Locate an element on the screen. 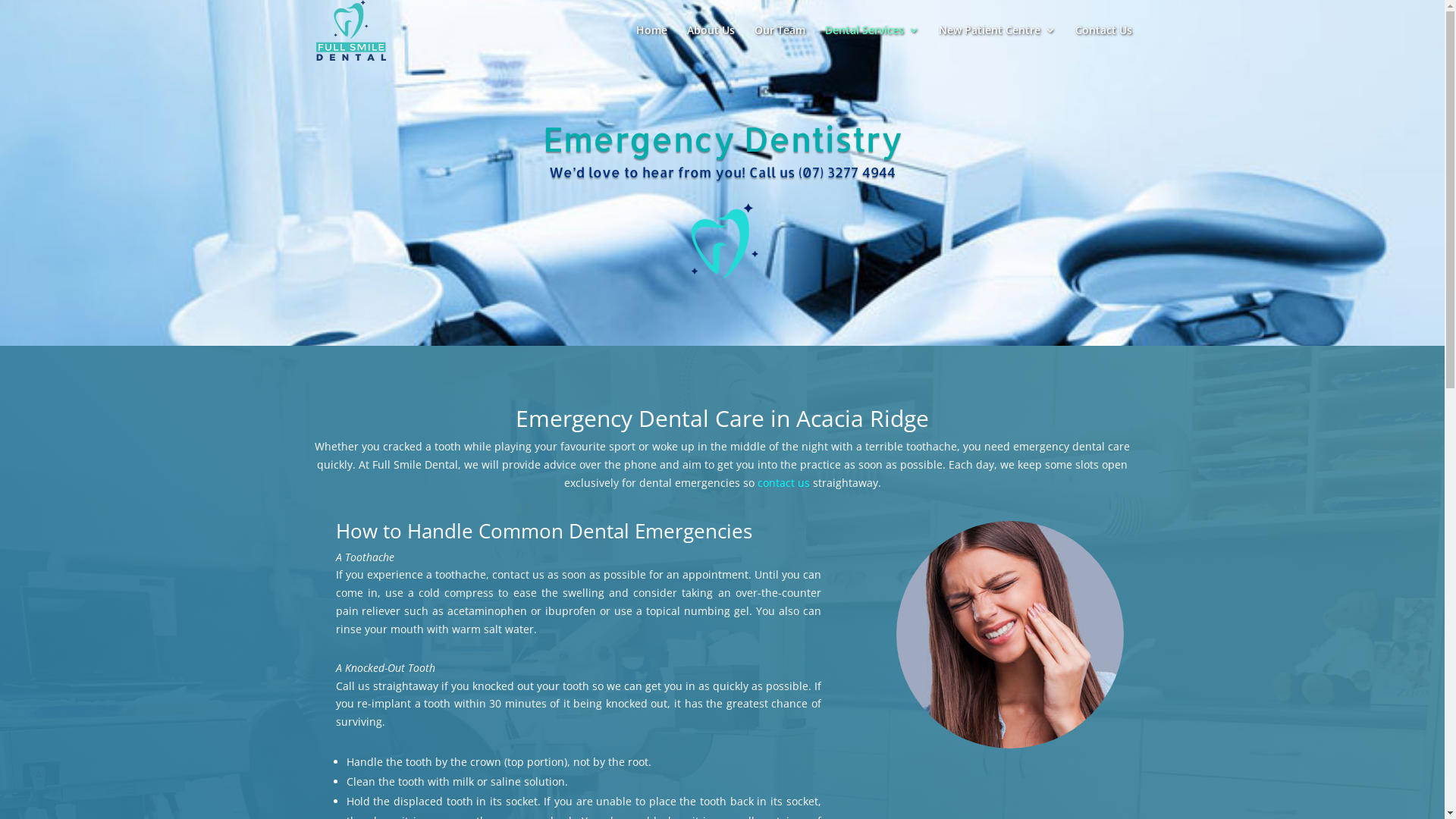  'Dental Services' is located at coordinates (872, 42).